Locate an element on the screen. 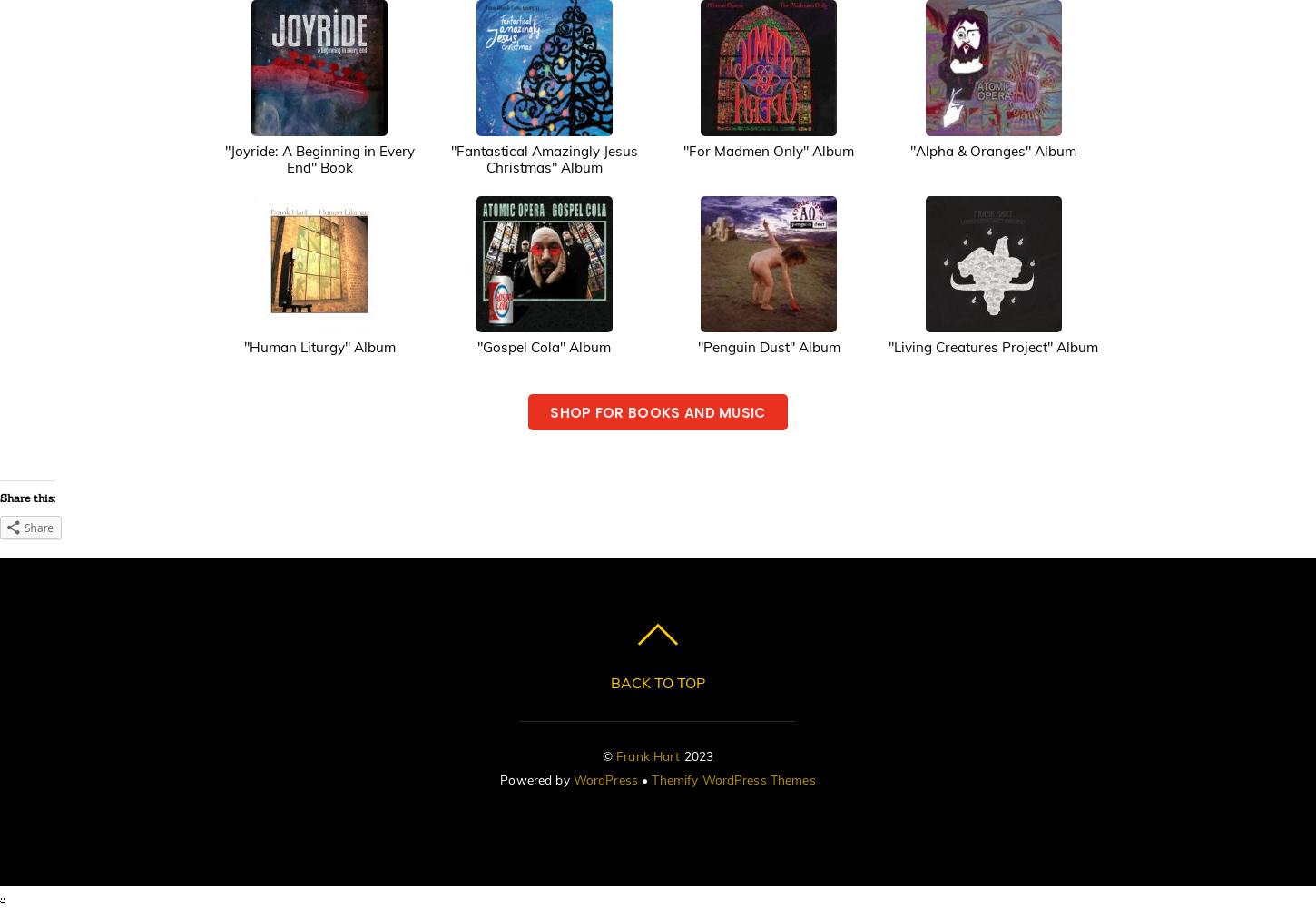 This screenshot has height=908, width=1316. 'Share' is located at coordinates (24, 527).